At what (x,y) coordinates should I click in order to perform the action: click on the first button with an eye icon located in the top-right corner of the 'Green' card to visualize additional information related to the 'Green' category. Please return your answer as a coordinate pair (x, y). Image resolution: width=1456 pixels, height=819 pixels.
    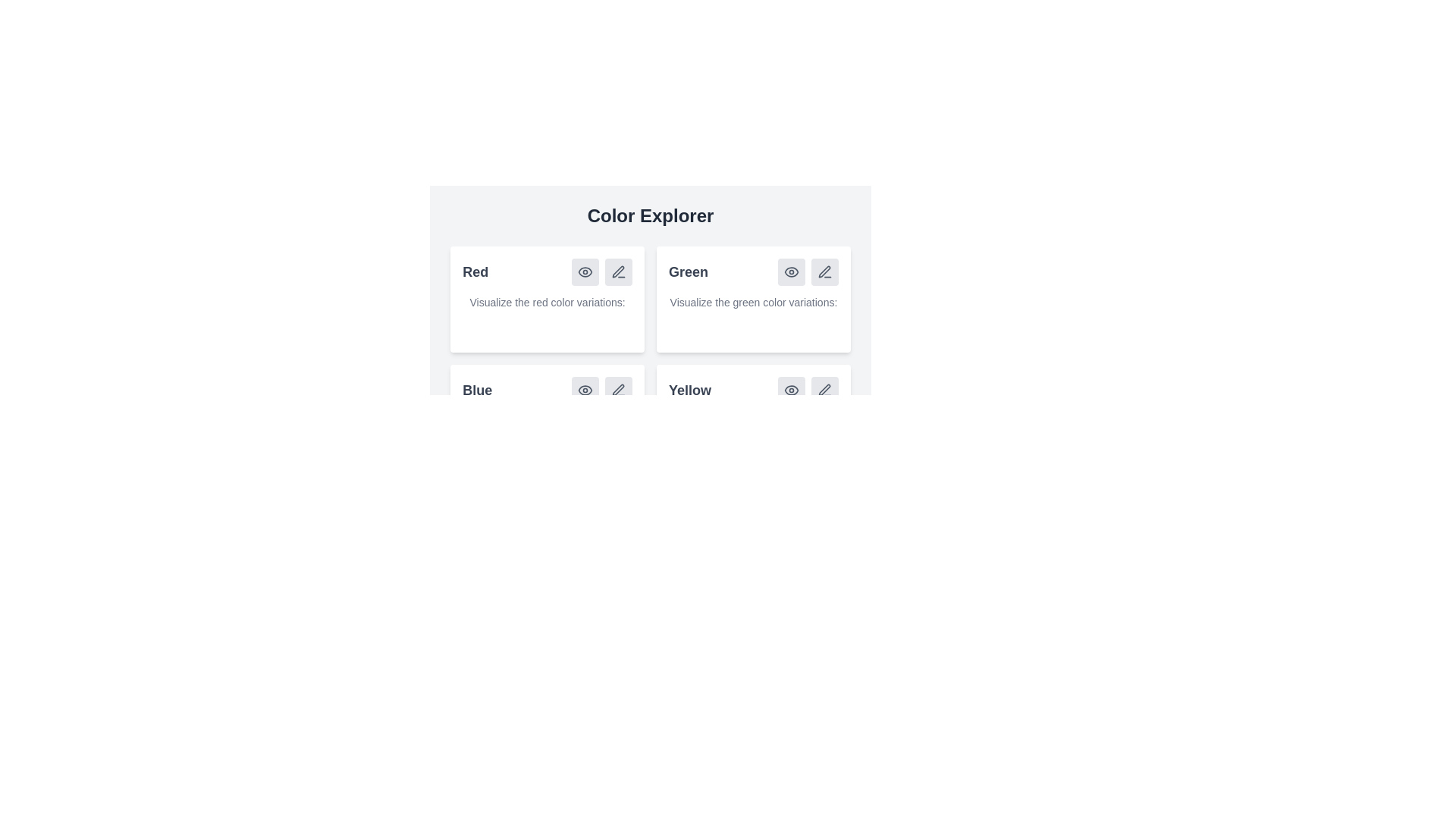
    Looking at the image, I should click on (790, 271).